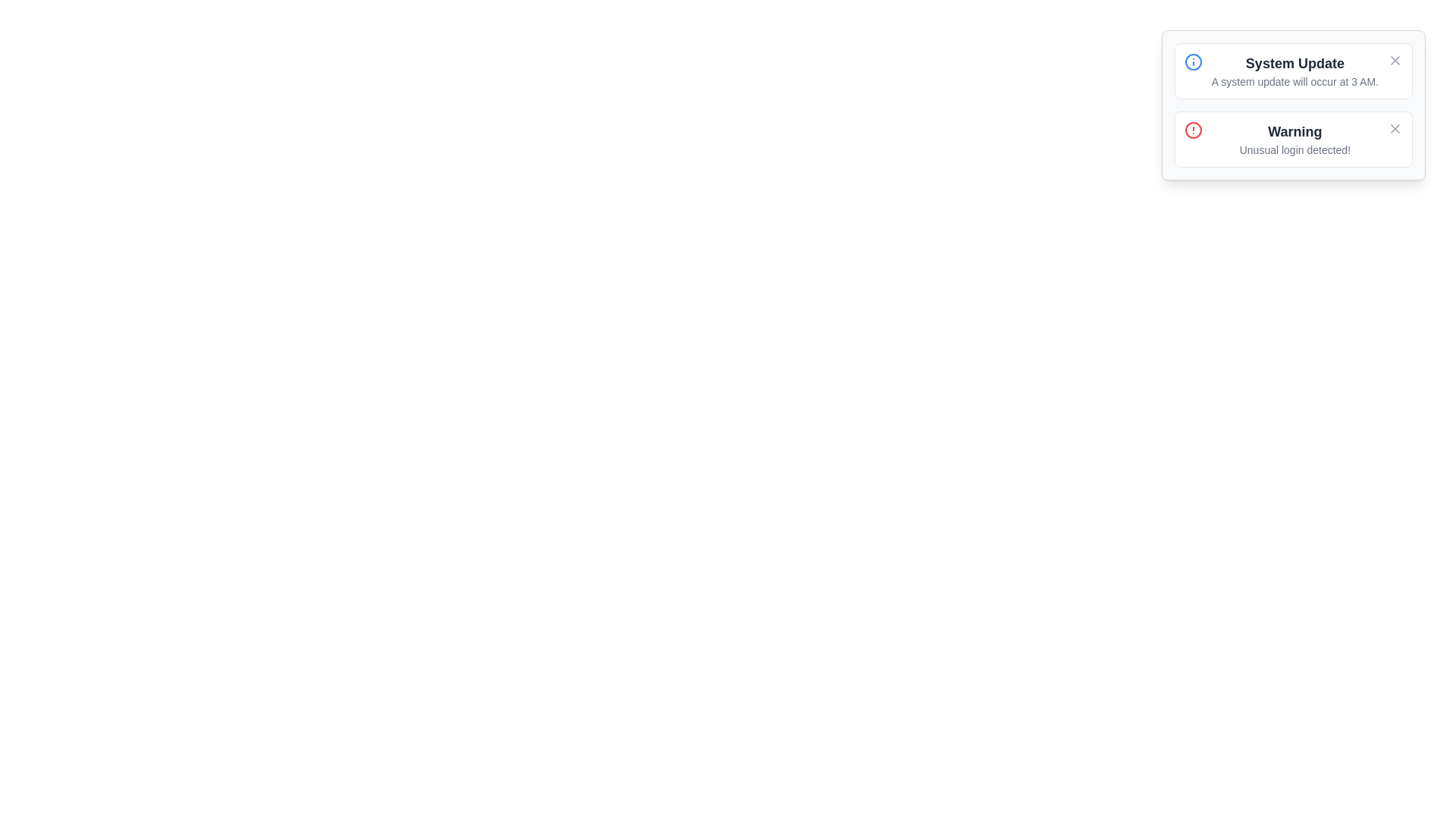 The width and height of the screenshot is (1456, 819). What do you see at coordinates (1192, 61) in the screenshot?
I see `circular SVG graphic component that is part of the 'System Update' notification icon, located on the left side of the label` at bounding box center [1192, 61].